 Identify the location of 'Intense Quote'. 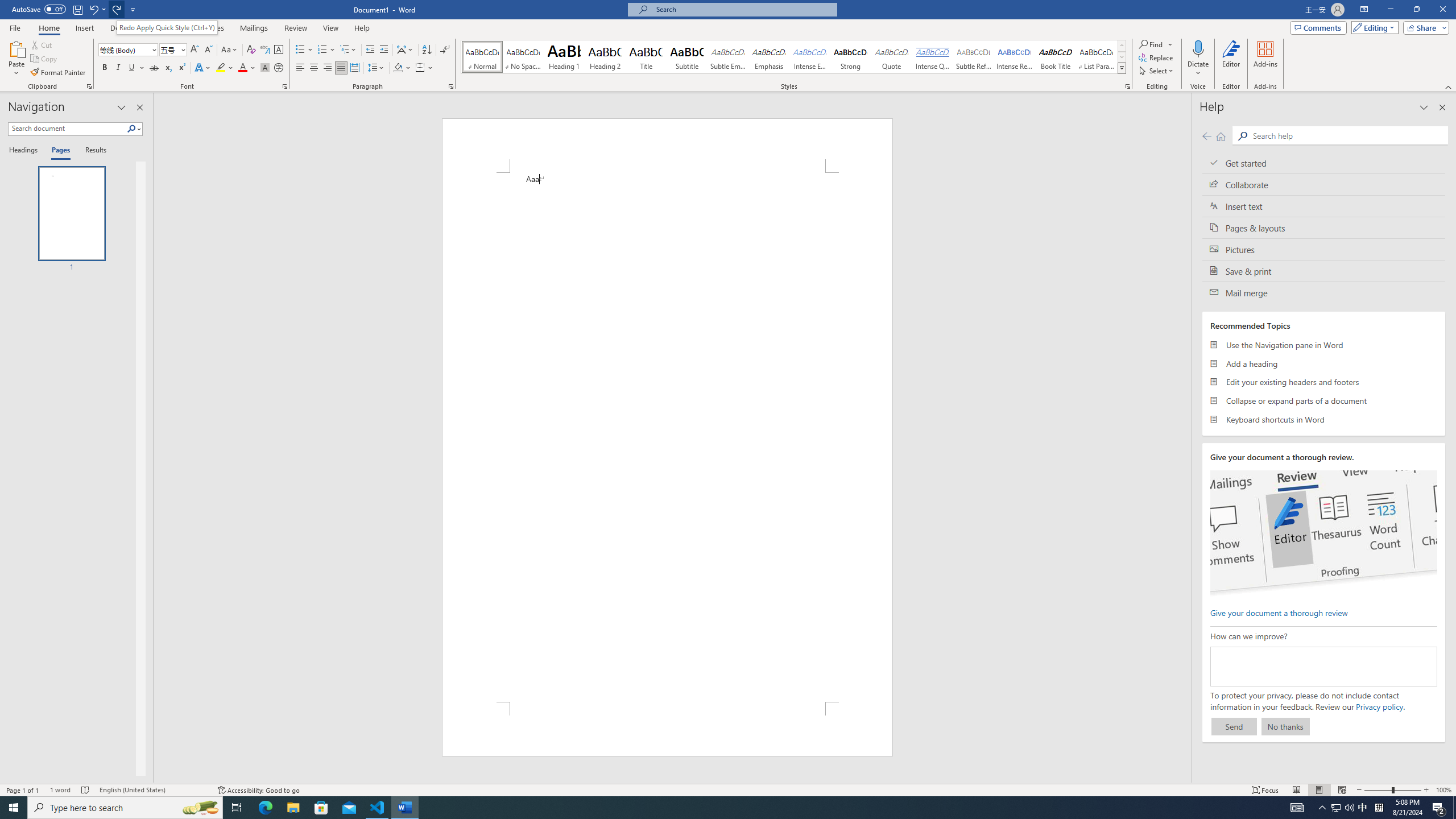
(932, 56).